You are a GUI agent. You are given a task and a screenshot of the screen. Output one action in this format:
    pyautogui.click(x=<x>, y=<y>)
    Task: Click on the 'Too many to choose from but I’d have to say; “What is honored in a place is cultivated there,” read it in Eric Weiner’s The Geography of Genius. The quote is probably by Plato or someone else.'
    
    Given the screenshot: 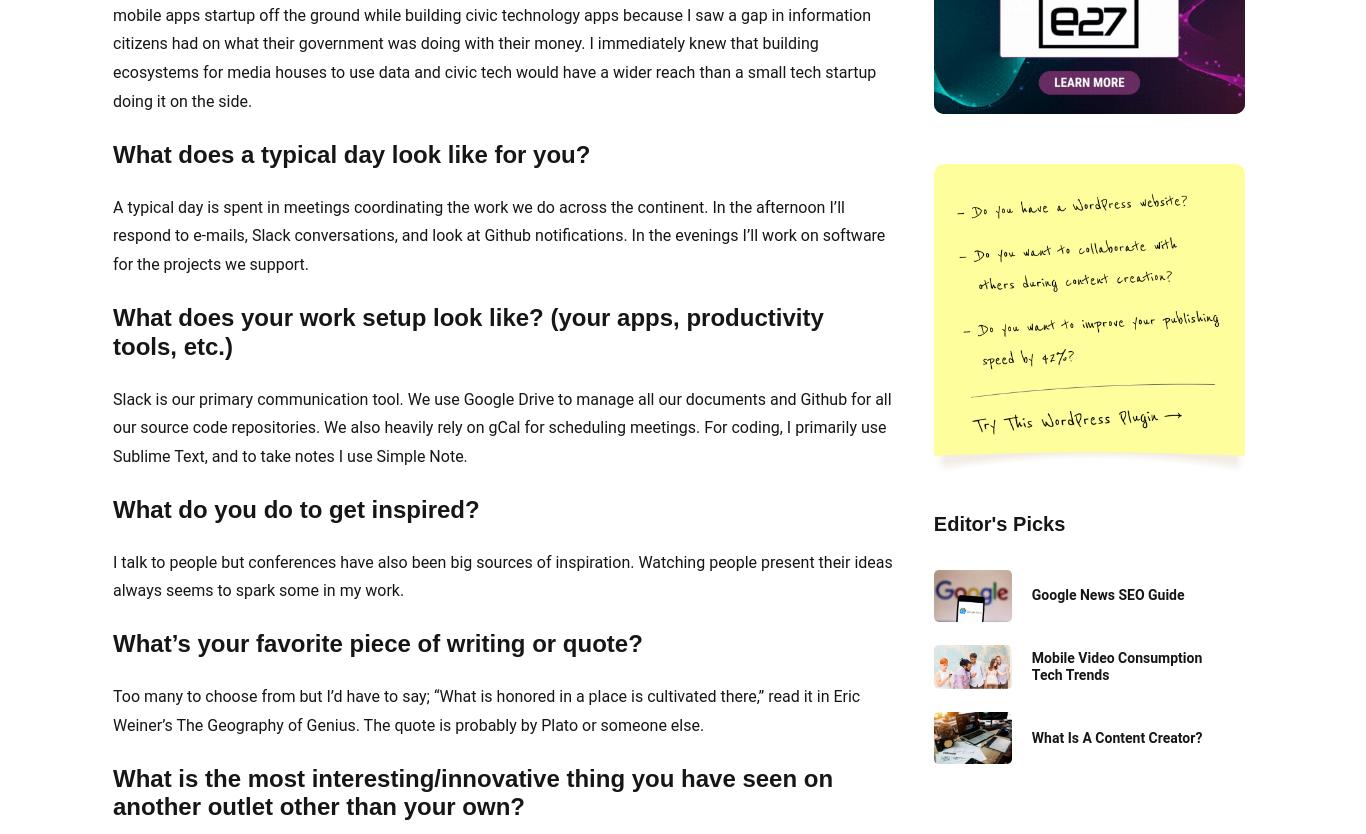 What is the action you would take?
    pyautogui.click(x=486, y=710)
    